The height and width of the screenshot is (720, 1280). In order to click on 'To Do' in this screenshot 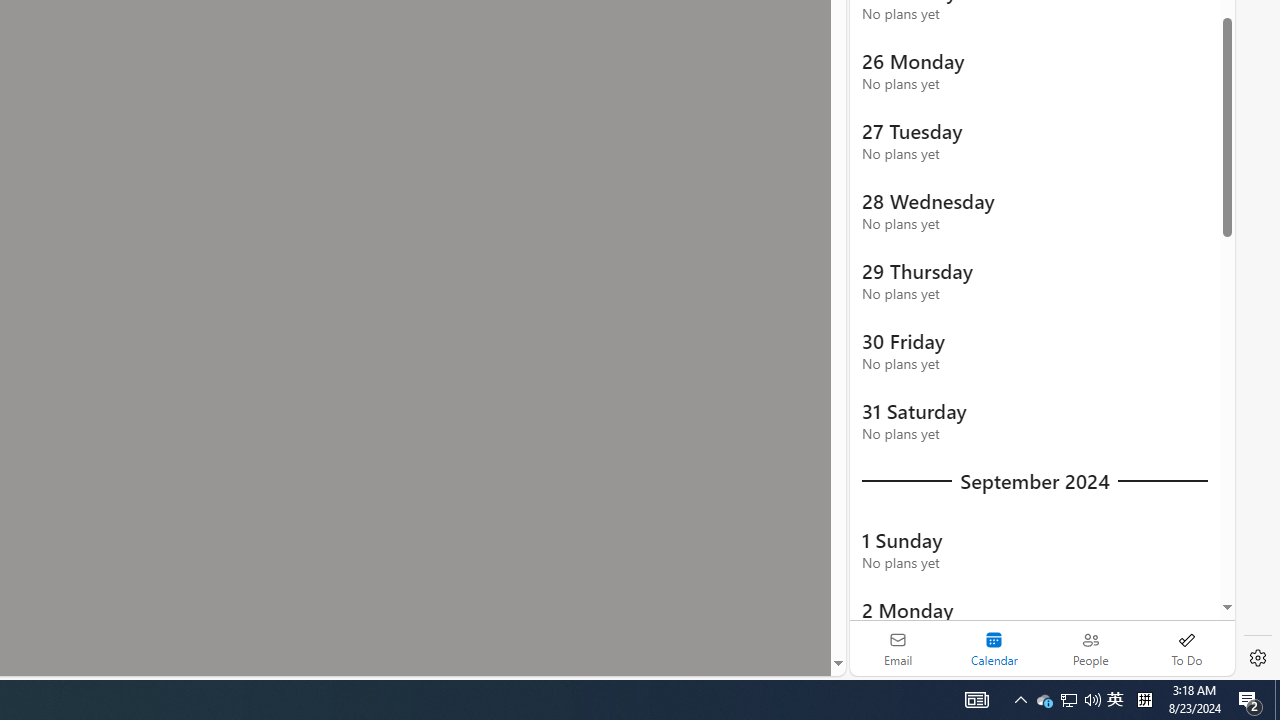, I will do `click(1186, 648)`.